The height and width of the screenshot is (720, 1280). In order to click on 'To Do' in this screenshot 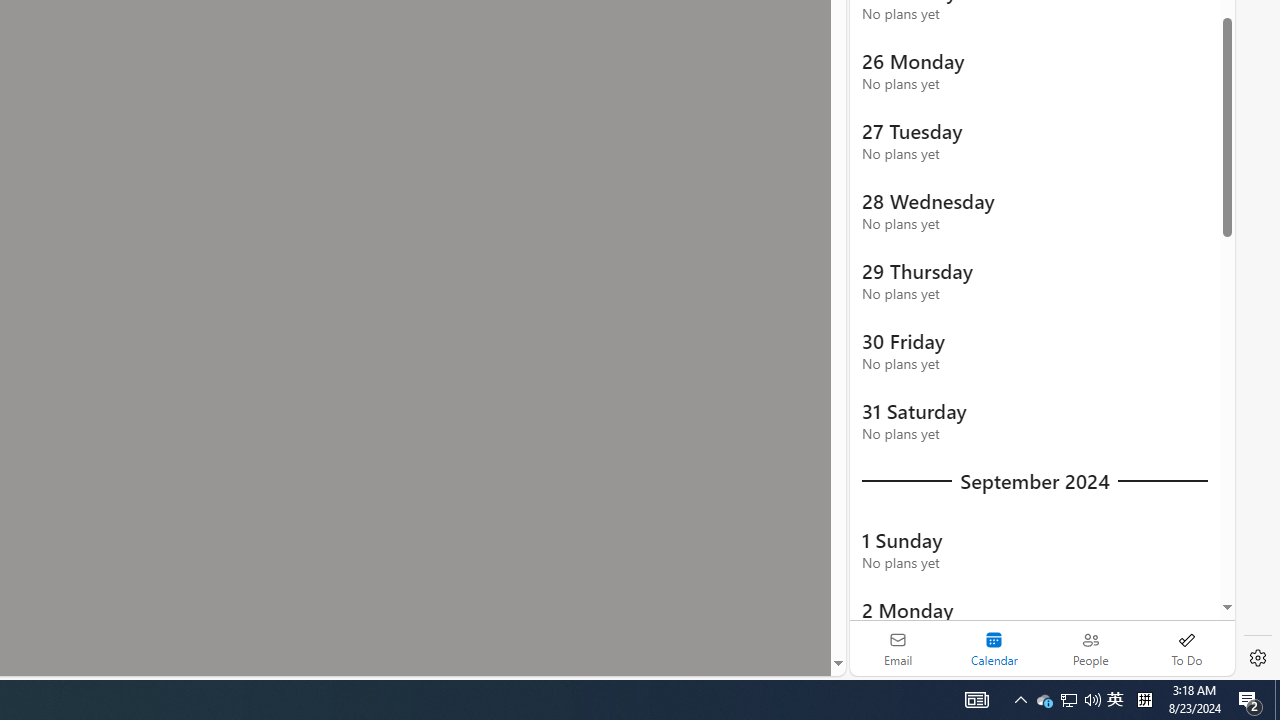, I will do `click(1186, 648)`.